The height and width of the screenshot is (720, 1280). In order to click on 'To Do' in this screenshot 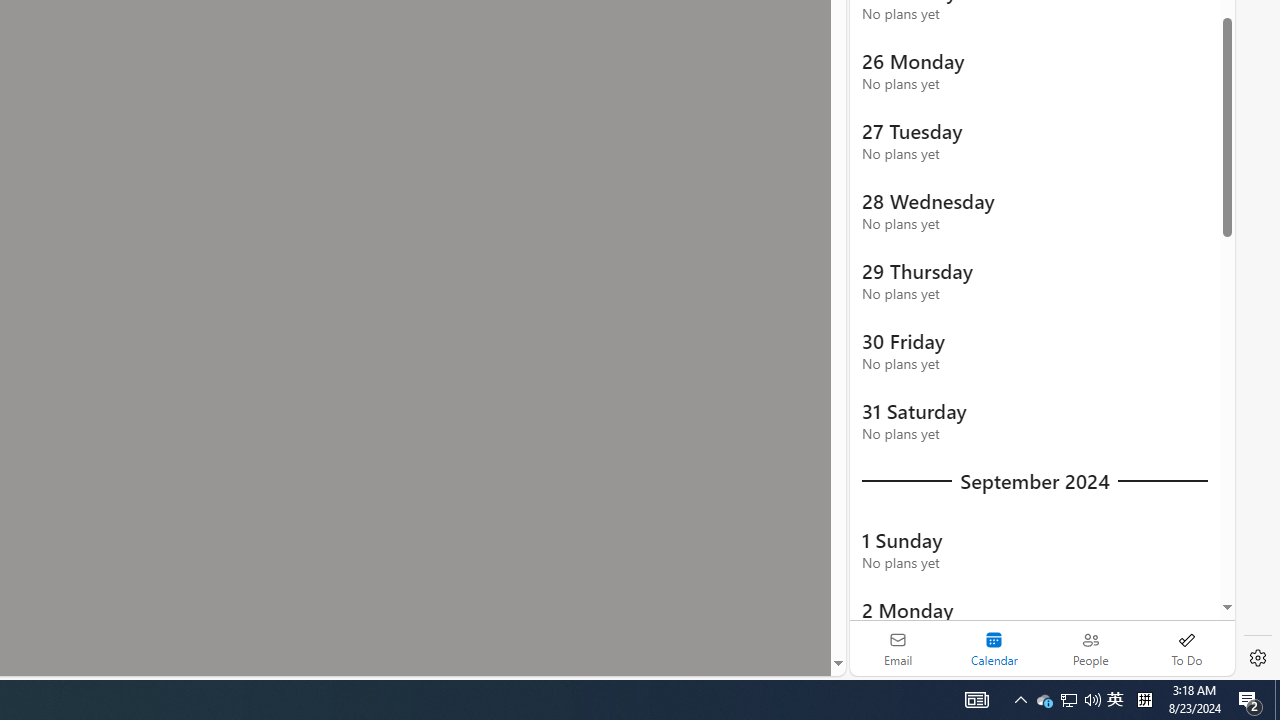, I will do `click(1186, 648)`.